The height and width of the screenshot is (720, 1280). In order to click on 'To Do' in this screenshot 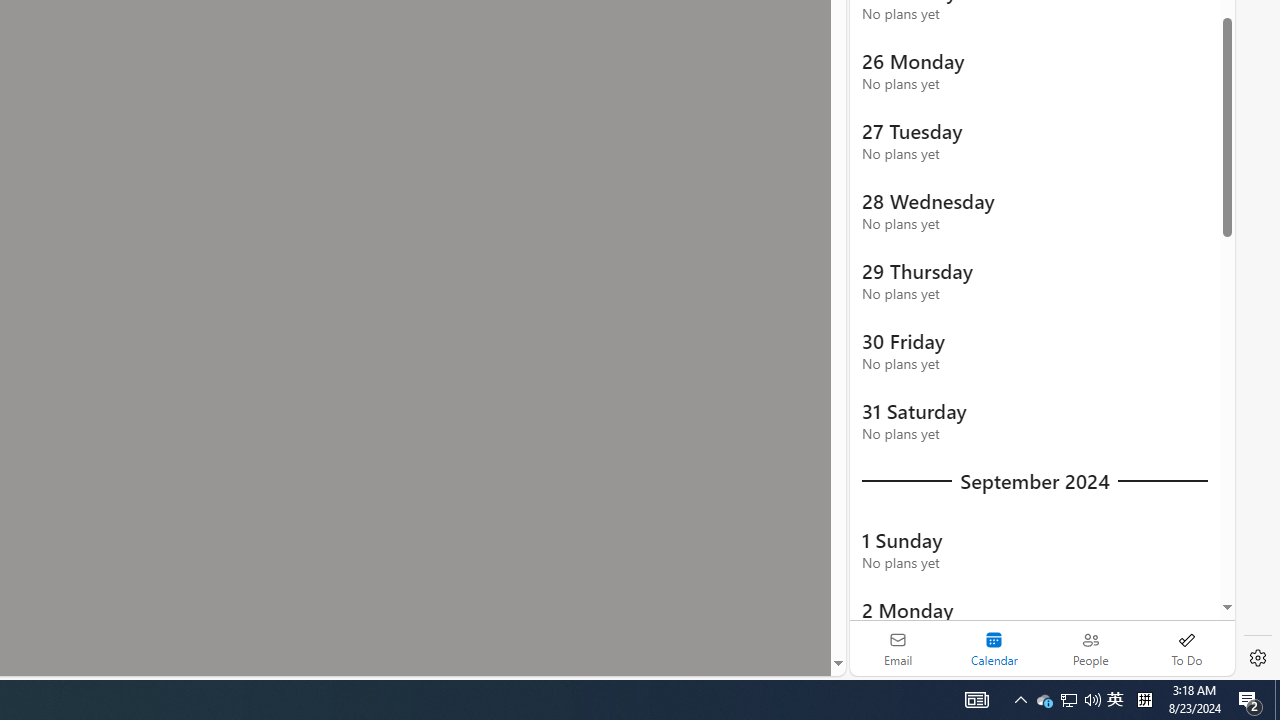, I will do `click(1186, 648)`.